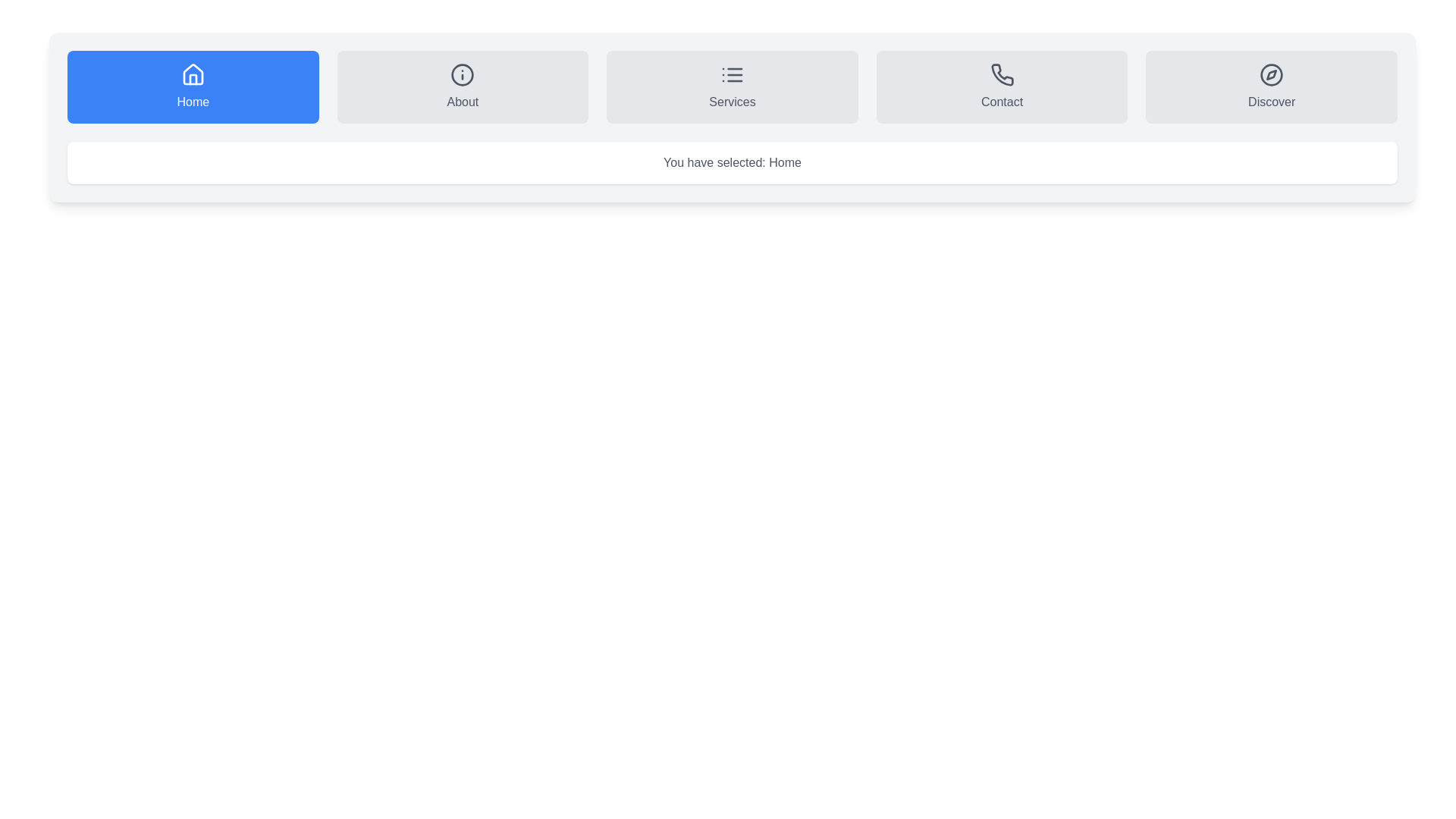 The width and height of the screenshot is (1456, 819). Describe the element at coordinates (732, 102) in the screenshot. I see `the 'Services' text label in the navigation menu` at that location.